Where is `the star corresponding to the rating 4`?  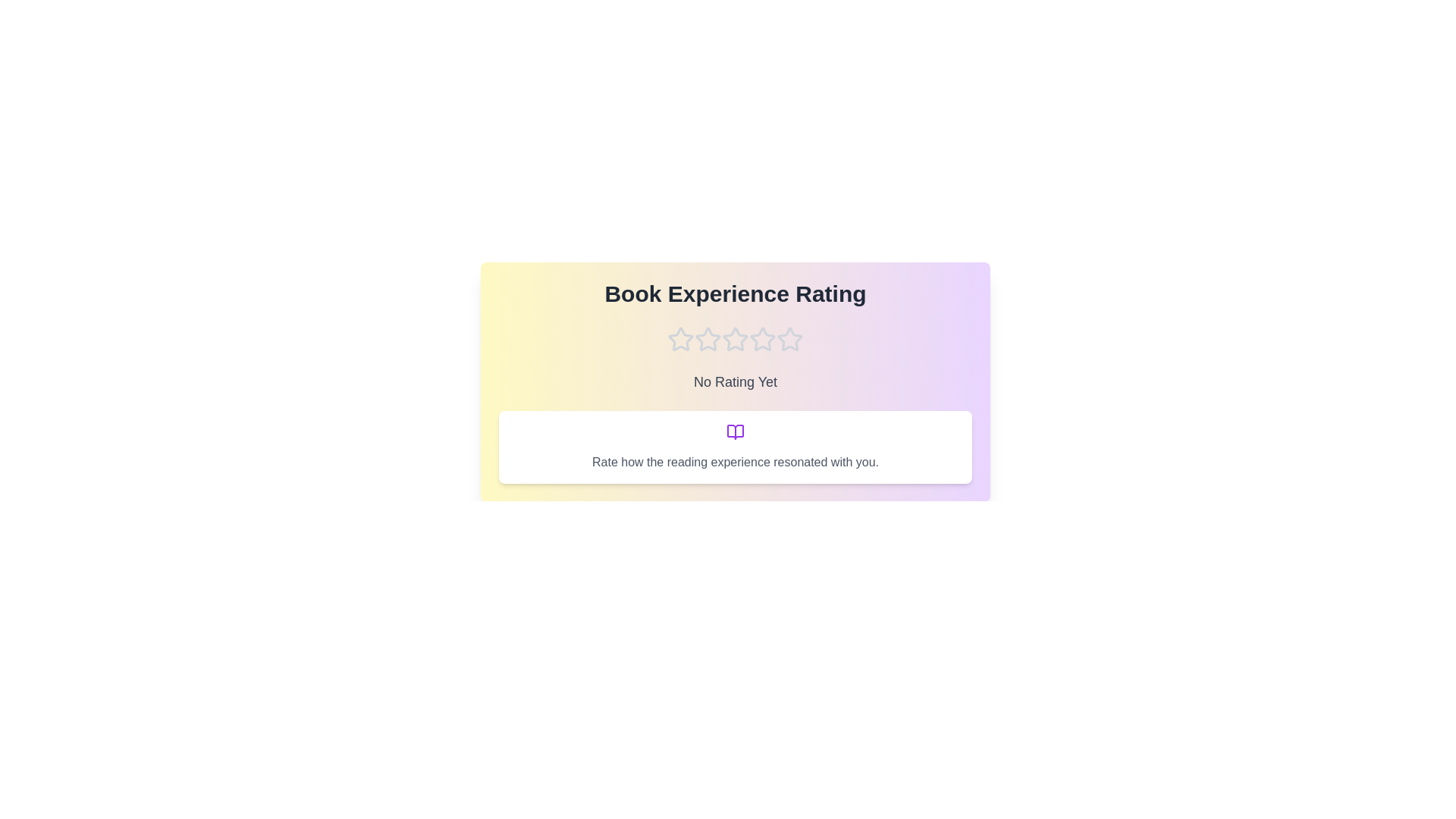 the star corresponding to the rating 4 is located at coordinates (763, 338).